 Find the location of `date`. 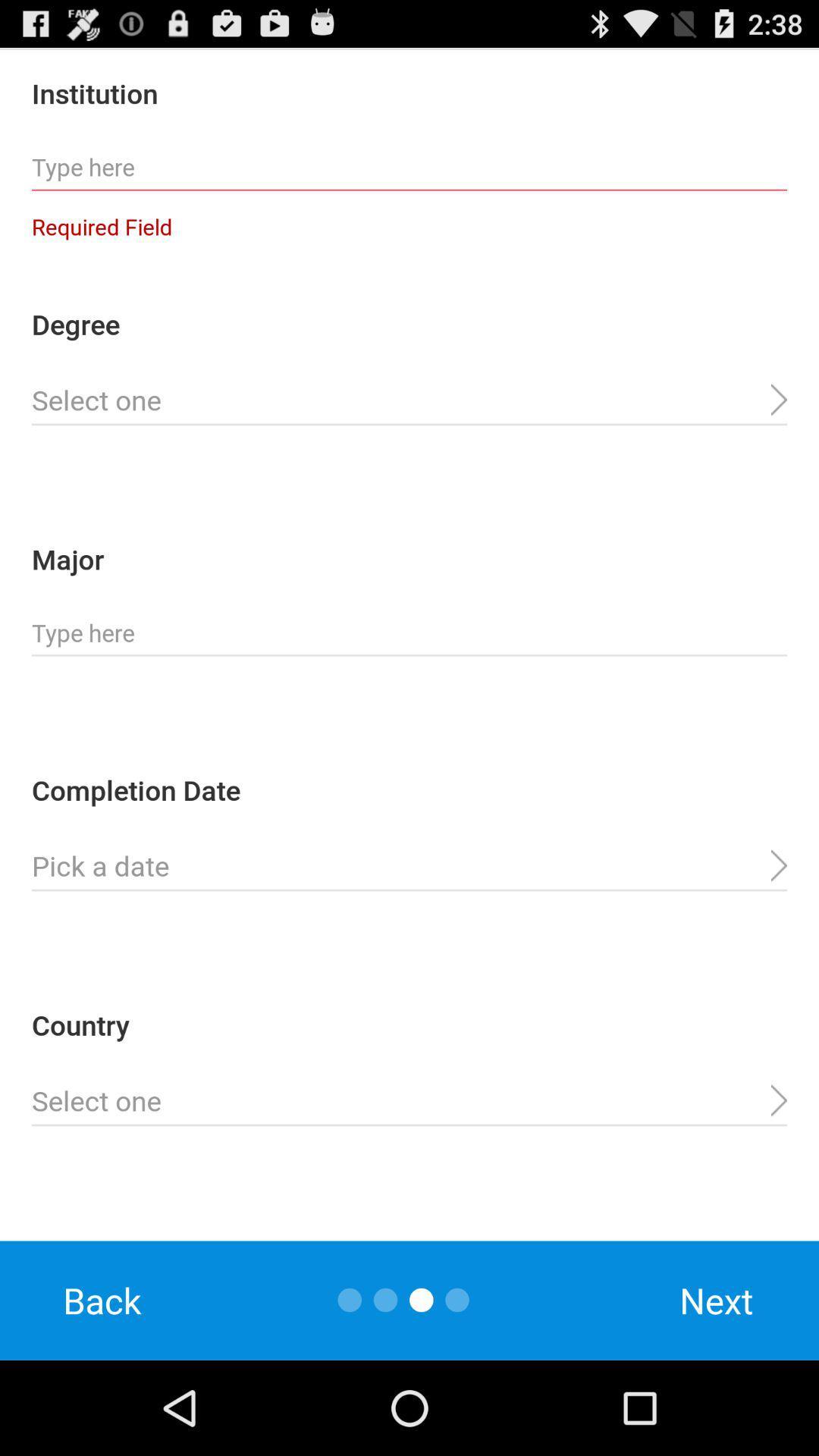

date is located at coordinates (409, 866).